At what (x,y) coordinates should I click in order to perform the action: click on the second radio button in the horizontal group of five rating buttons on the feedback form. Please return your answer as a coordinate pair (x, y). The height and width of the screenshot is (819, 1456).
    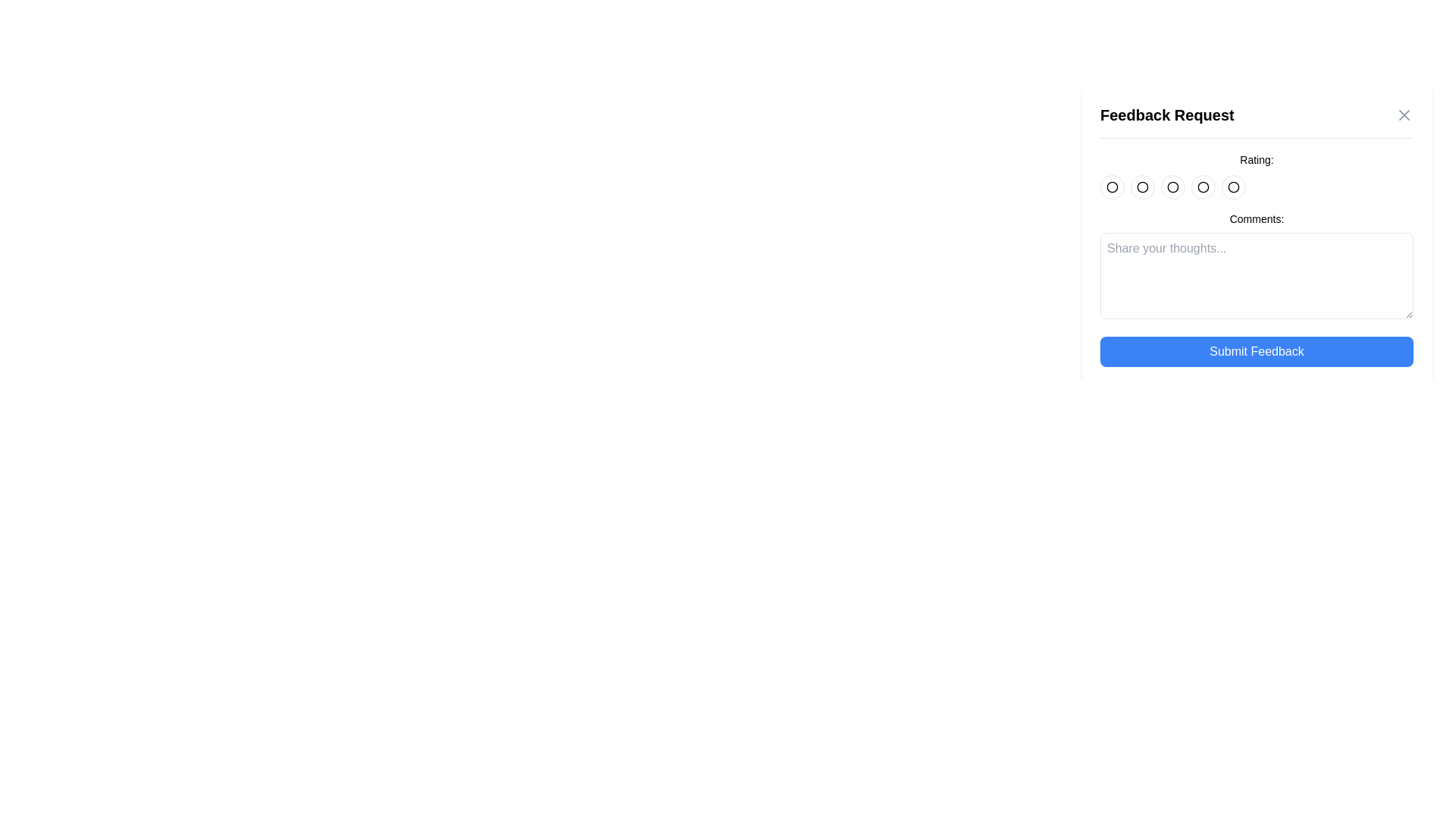
    Looking at the image, I should click on (1143, 186).